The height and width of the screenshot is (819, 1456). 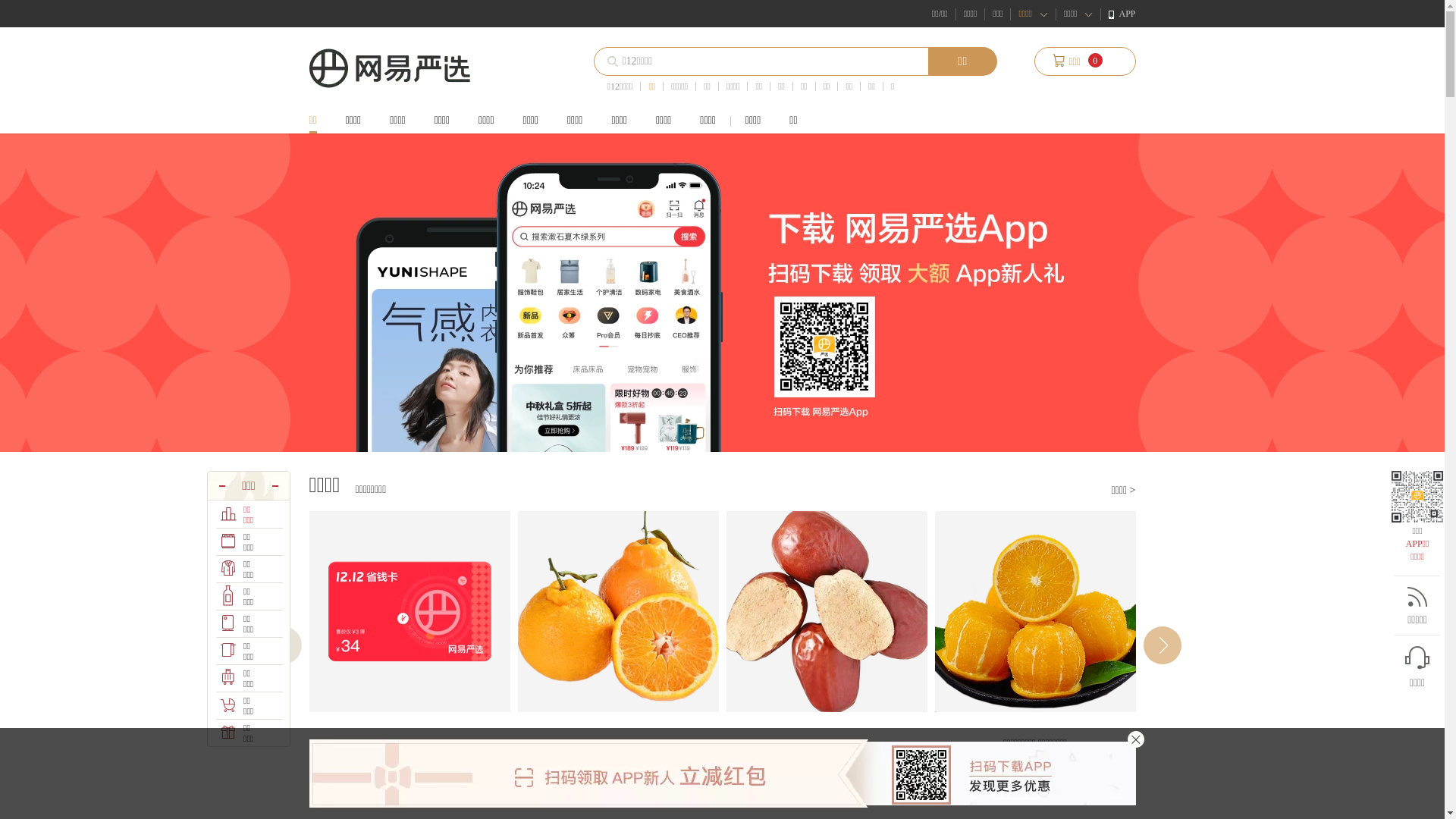 I want to click on 'APP', so click(x=1122, y=14).